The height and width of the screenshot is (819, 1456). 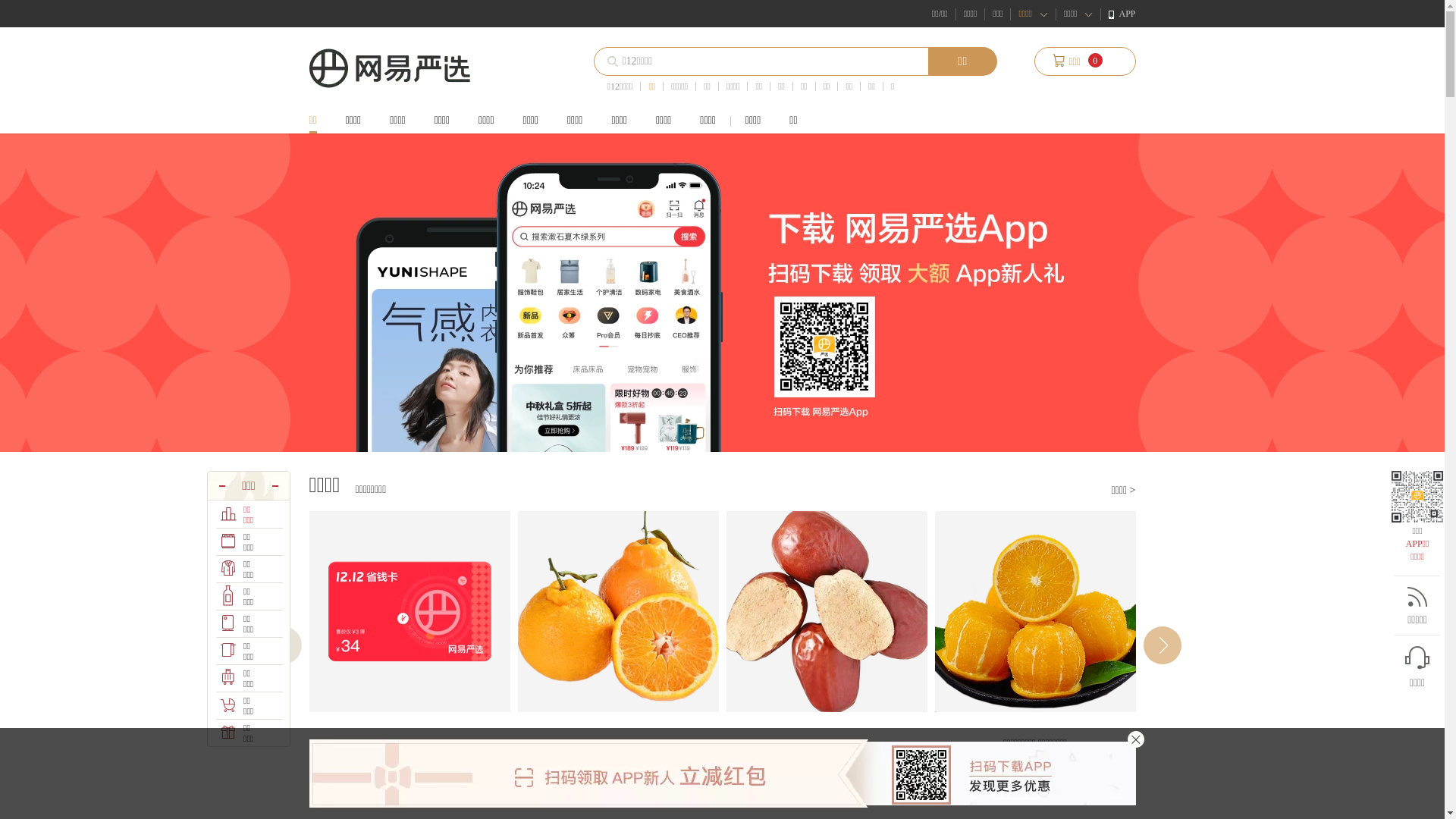 I want to click on 'APP', so click(x=1122, y=14).